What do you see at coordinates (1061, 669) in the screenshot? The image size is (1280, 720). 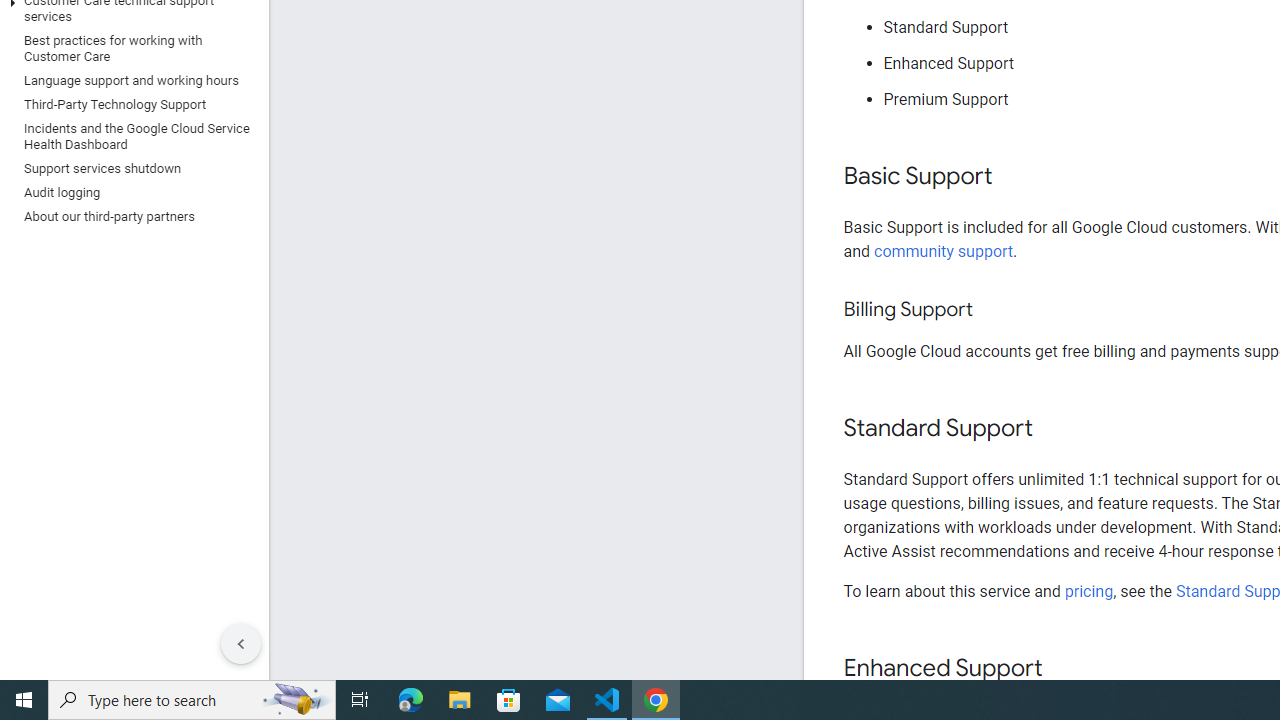 I see `'Copy link to this section: Enhanced Support'` at bounding box center [1061, 669].